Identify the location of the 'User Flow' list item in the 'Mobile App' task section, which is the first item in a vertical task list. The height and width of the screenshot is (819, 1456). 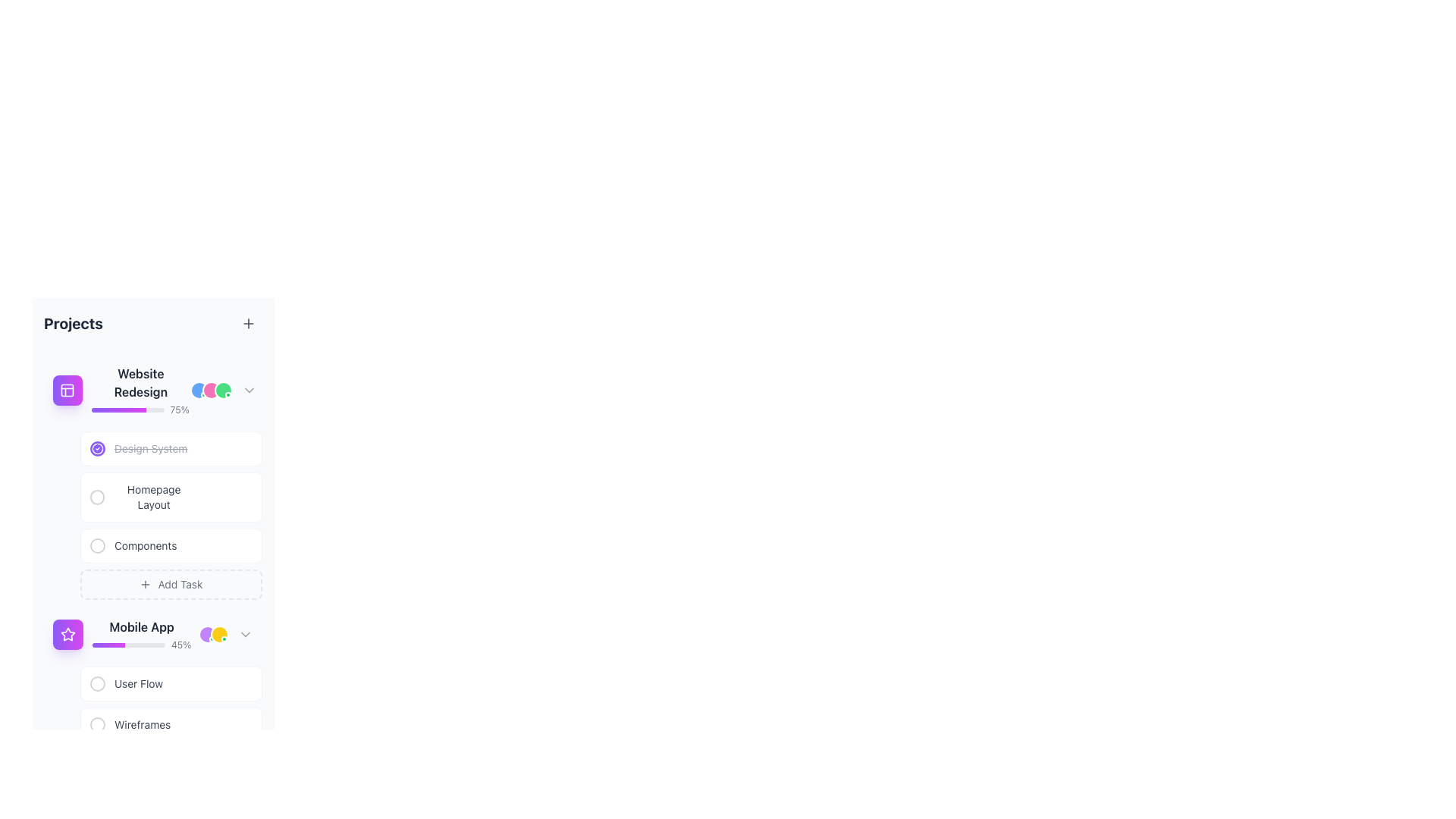
(127, 684).